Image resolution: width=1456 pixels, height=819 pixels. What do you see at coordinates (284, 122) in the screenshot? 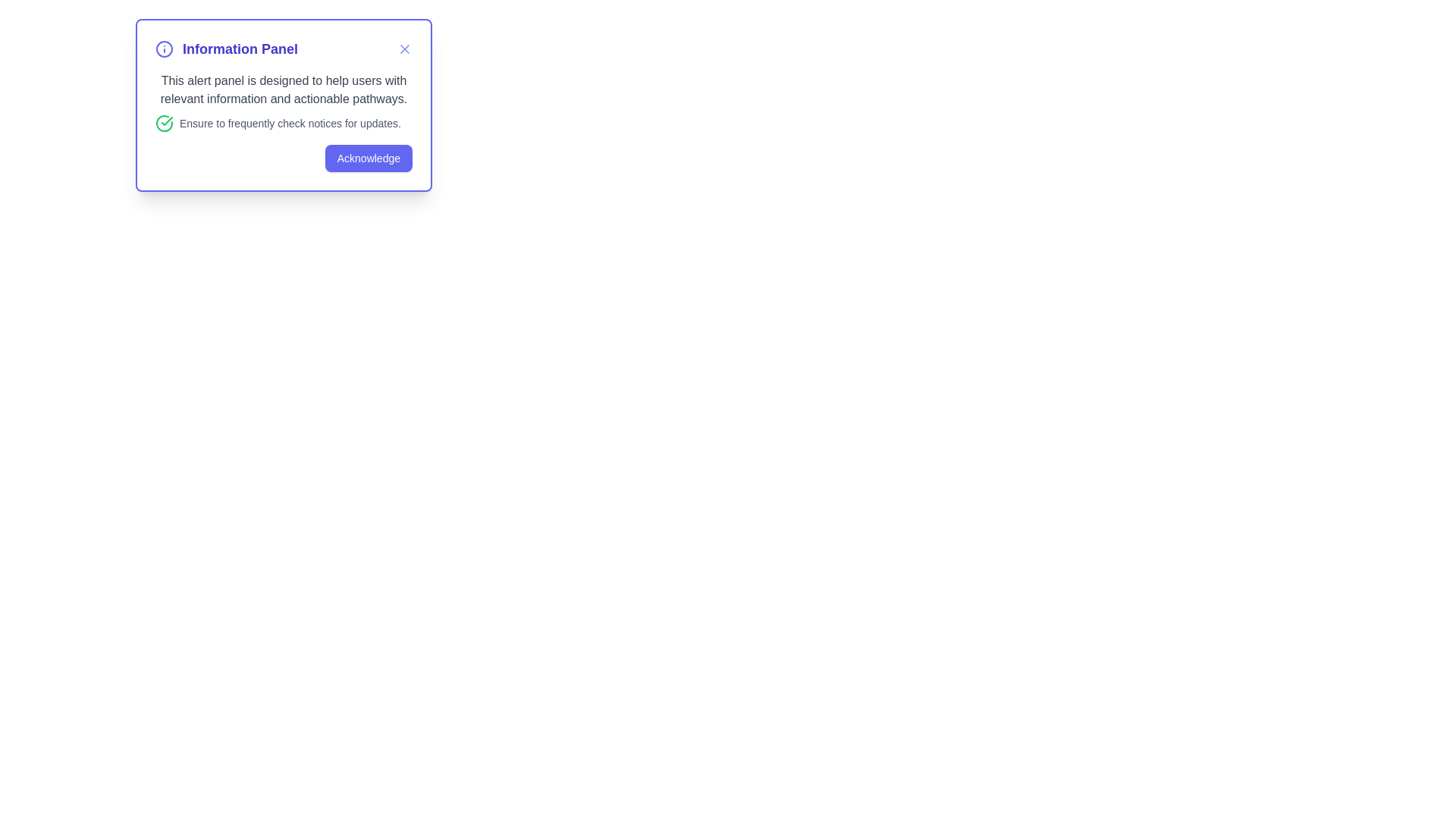
I see `informational text that includes a green checkmark icon and the message 'Ensure to frequently check notices for updates.' located in the notification panel` at bounding box center [284, 122].